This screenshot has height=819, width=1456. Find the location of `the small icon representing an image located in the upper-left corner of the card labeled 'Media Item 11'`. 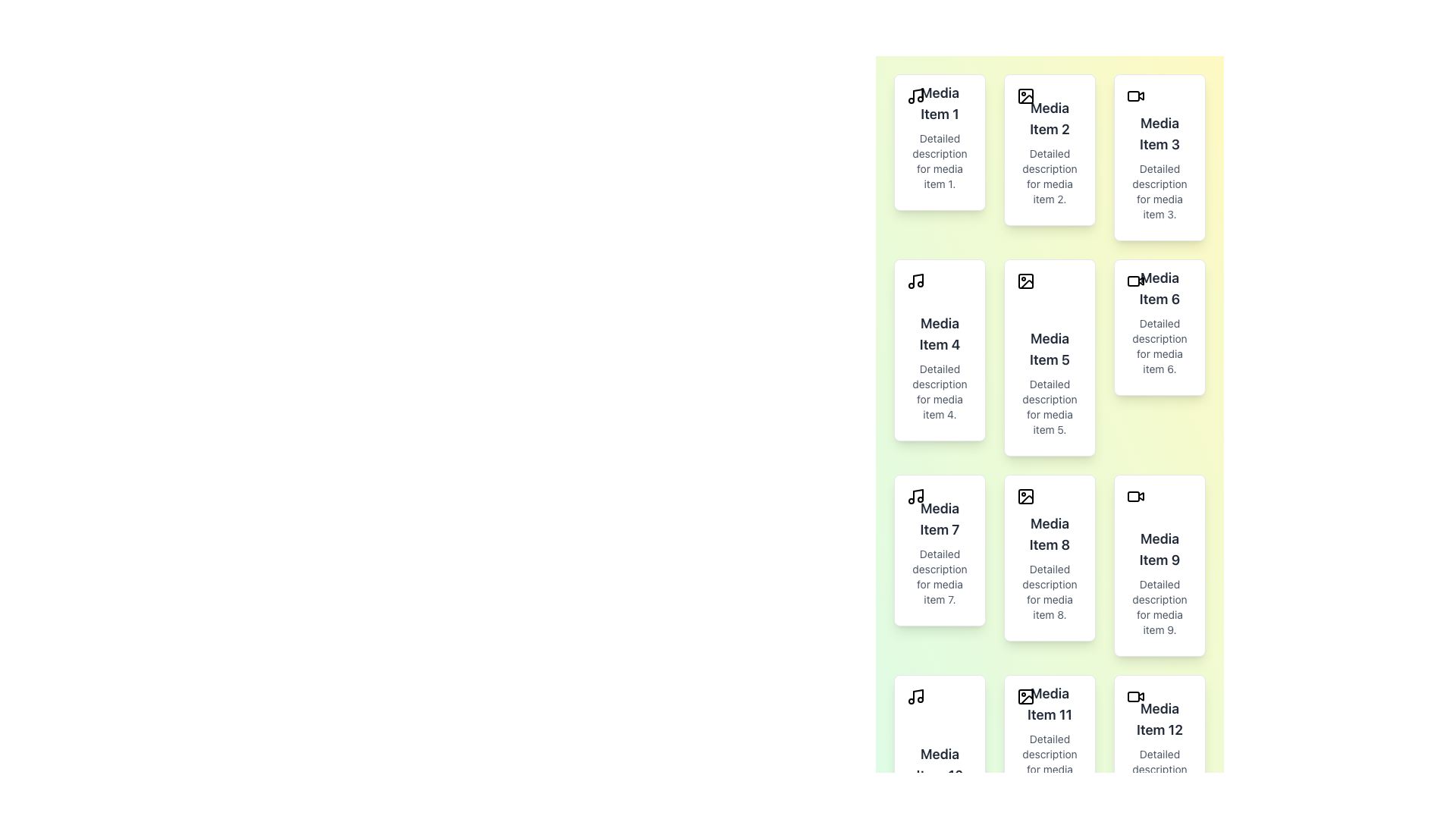

the small icon representing an image located in the upper-left corner of the card labeled 'Media Item 11' is located at coordinates (1026, 696).